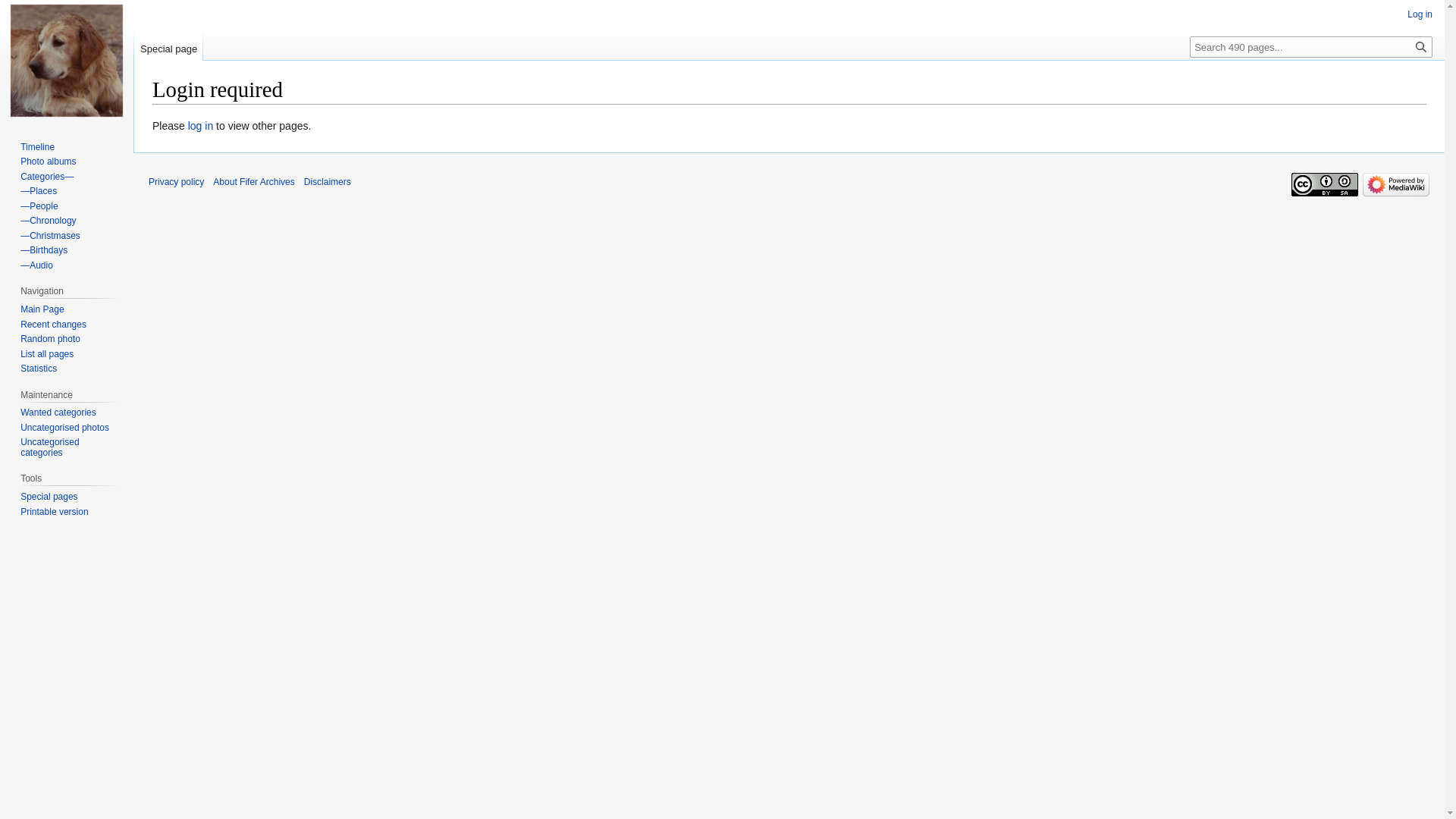  What do you see at coordinates (58, 412) in the screenshot?
I see `'Wanted categories'` at bounding box center [58, 412].